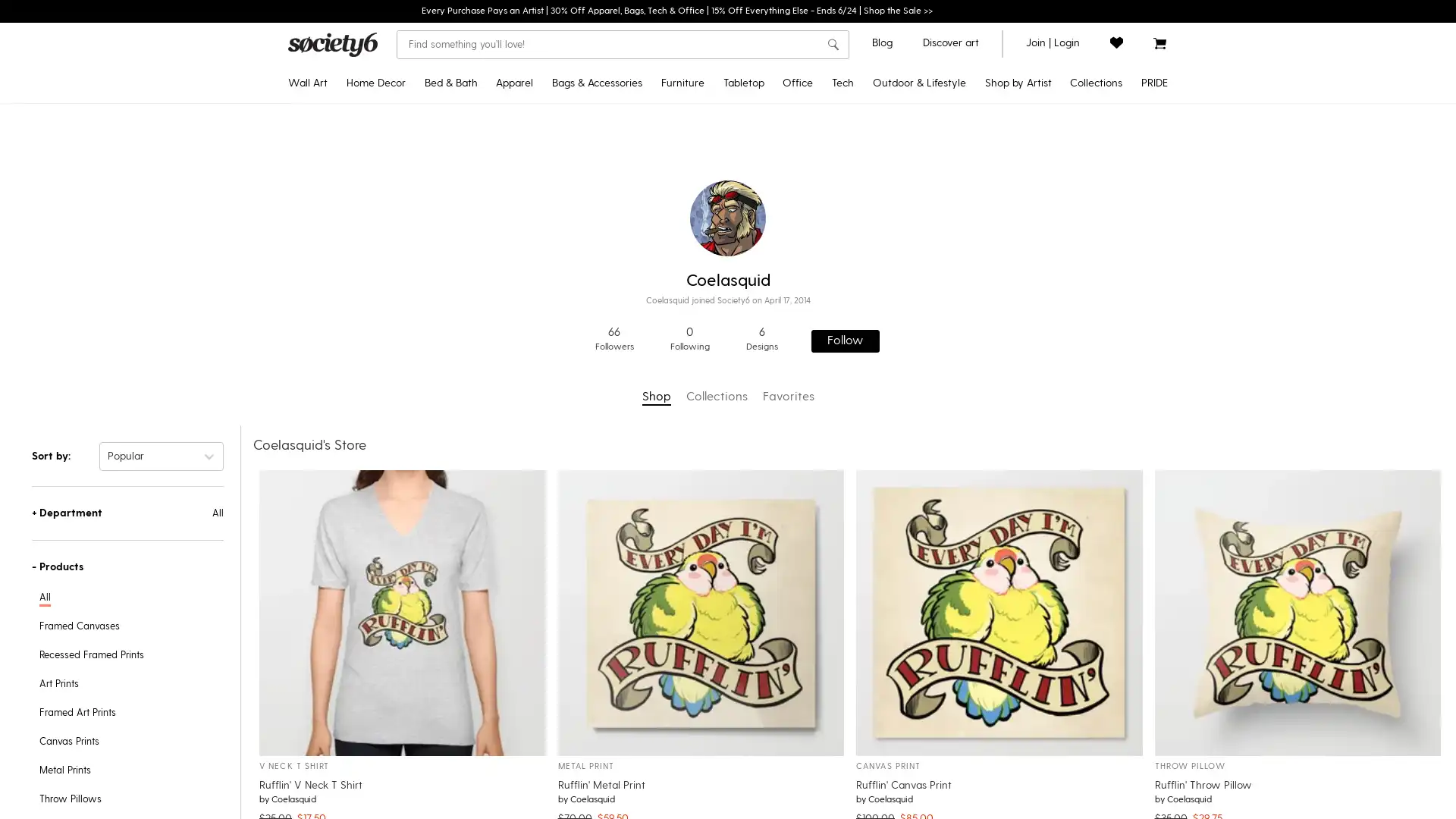  I want to click on Laptop Stickers, so click(835, 366).